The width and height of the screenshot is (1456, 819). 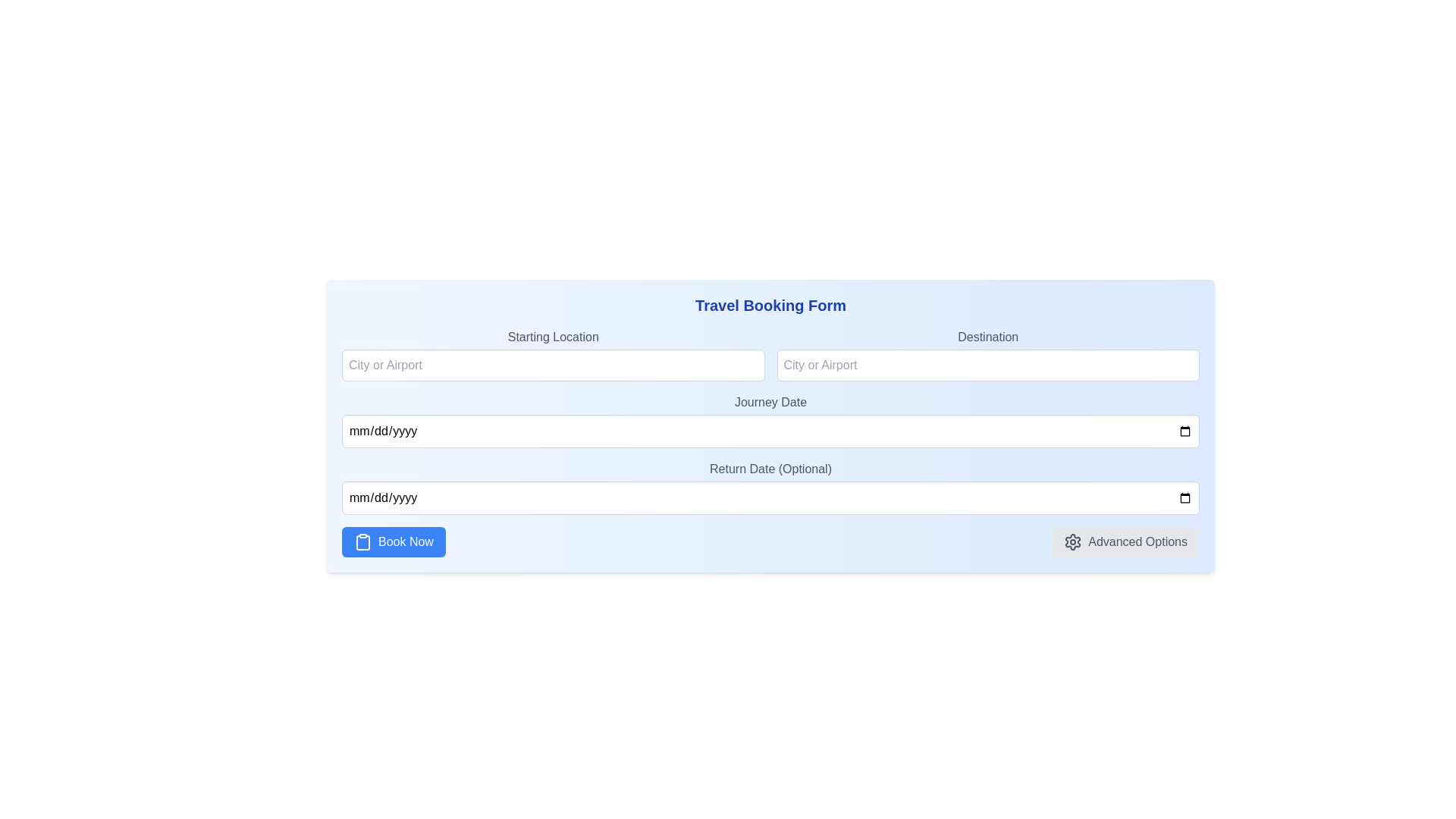 What do you see at coordinates (770, 305) in the screenshot?
I see `the bold blue heading labeled 'Travel Booking Form', which is prominently displayed at the top of the form layout` at bounding box center [770, 305].